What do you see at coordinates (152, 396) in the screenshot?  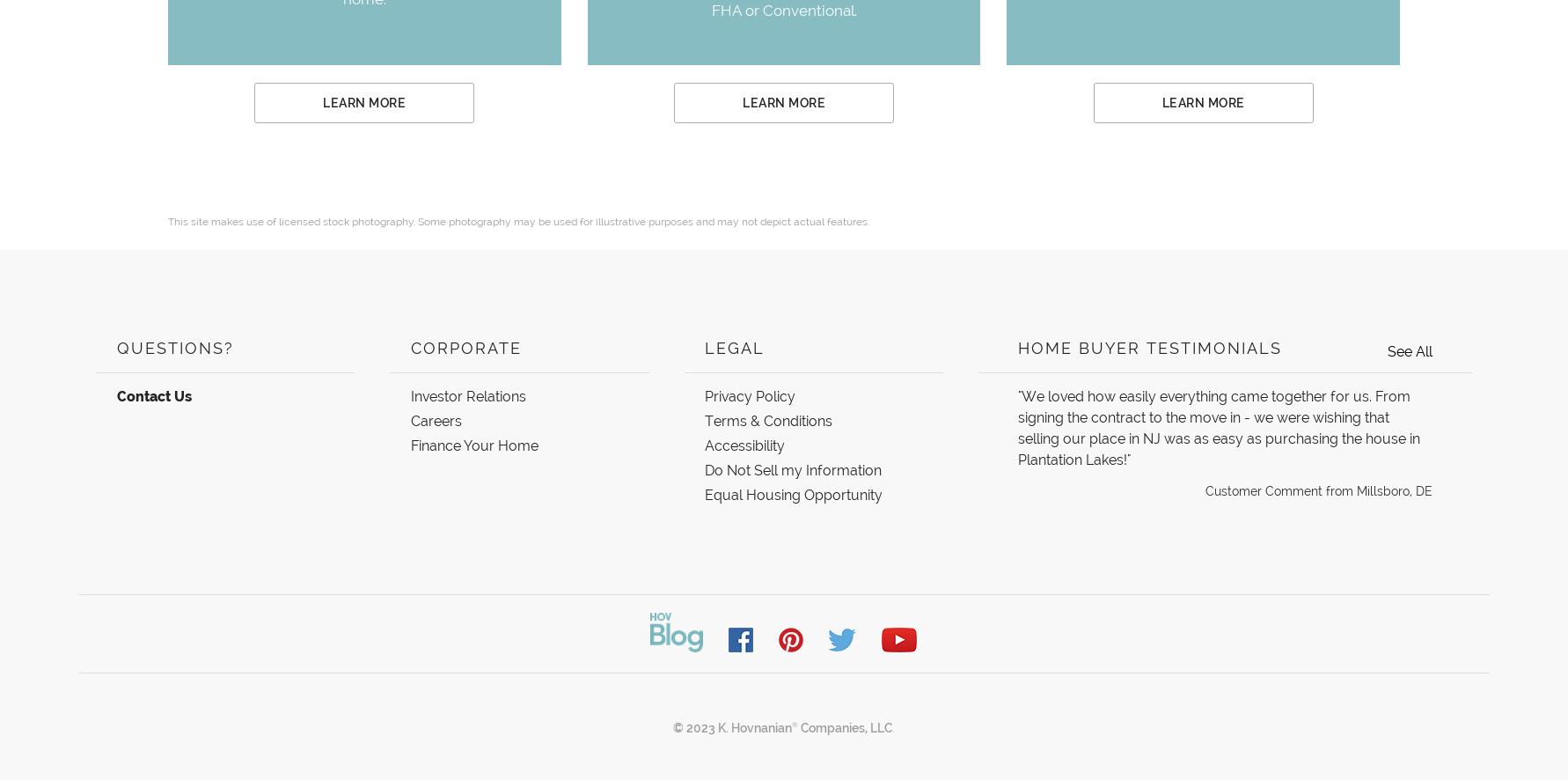 I see `'Contact Us'` at bounding box center [152, 396].